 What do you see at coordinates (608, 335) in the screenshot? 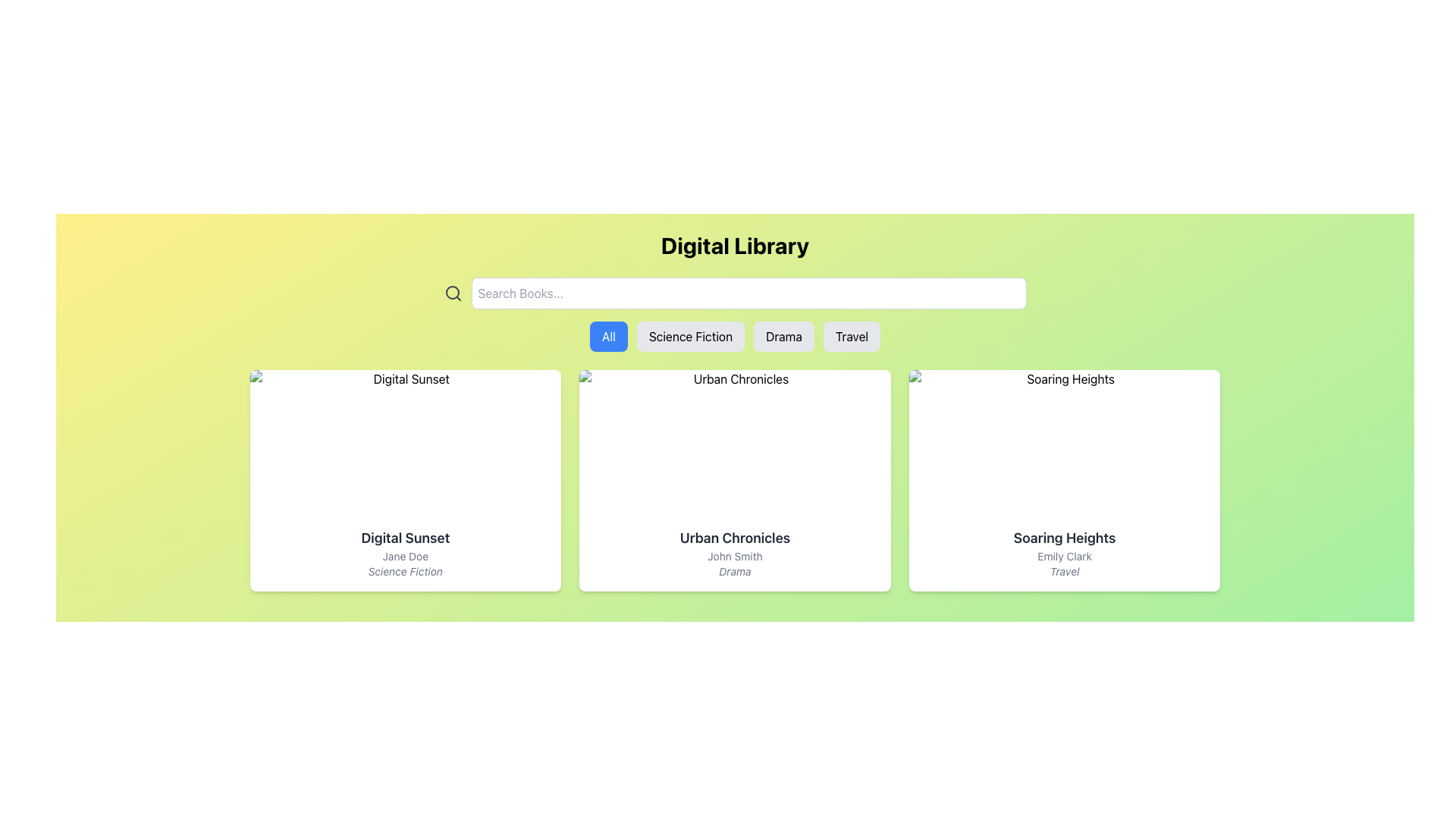
I see `the leftmost category selector button positioned below the search bar` at bounding box center [608, 335].